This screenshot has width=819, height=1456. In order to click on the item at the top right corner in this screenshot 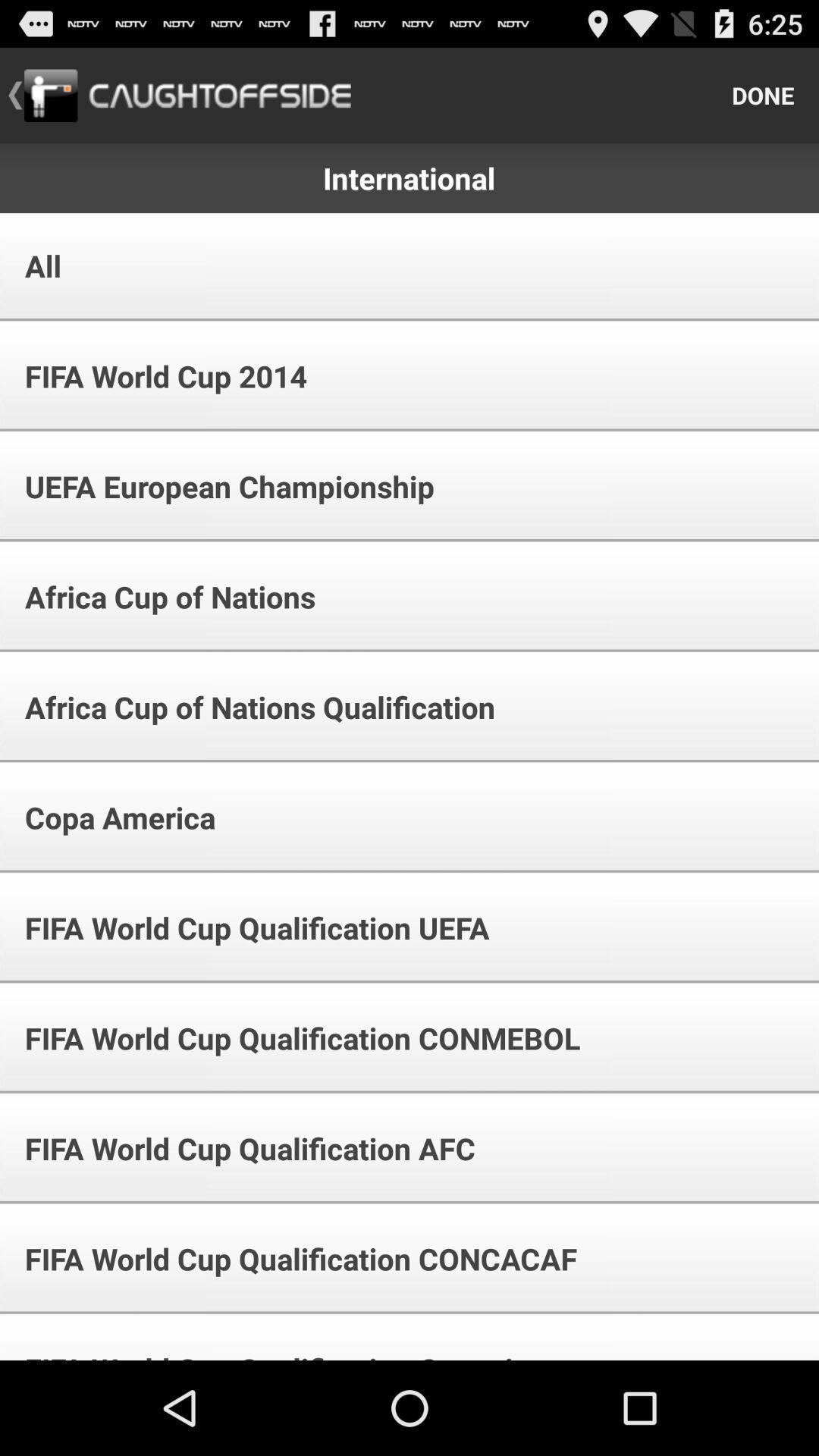, I will do `click(763, 94)`.